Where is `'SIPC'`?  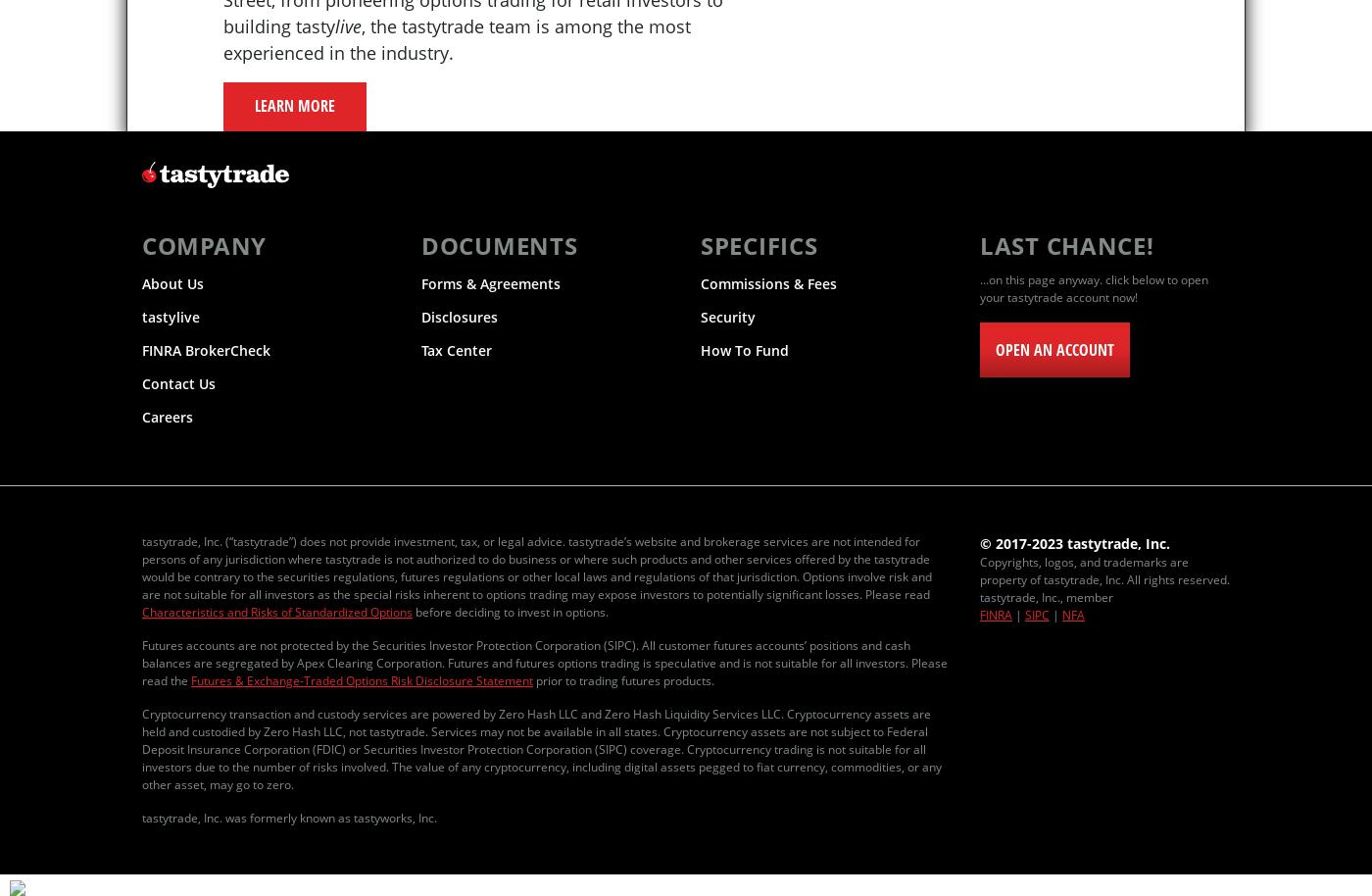 'SIPC' is located at coordinates (1037, 614).